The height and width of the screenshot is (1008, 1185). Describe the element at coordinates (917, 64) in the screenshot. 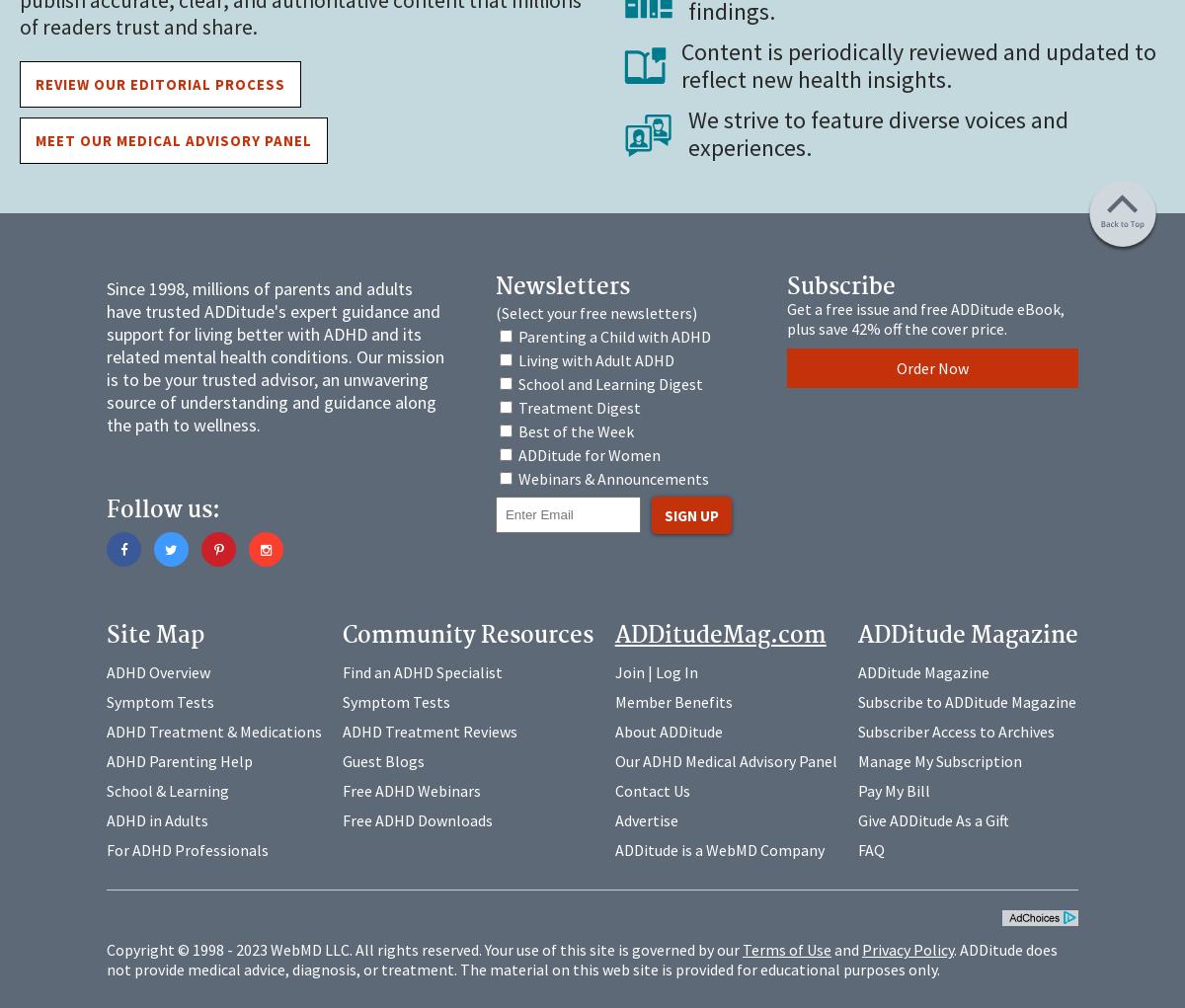

I see `'Content is periodically
reviewed and updated to reflect new health insights.'` at that location.